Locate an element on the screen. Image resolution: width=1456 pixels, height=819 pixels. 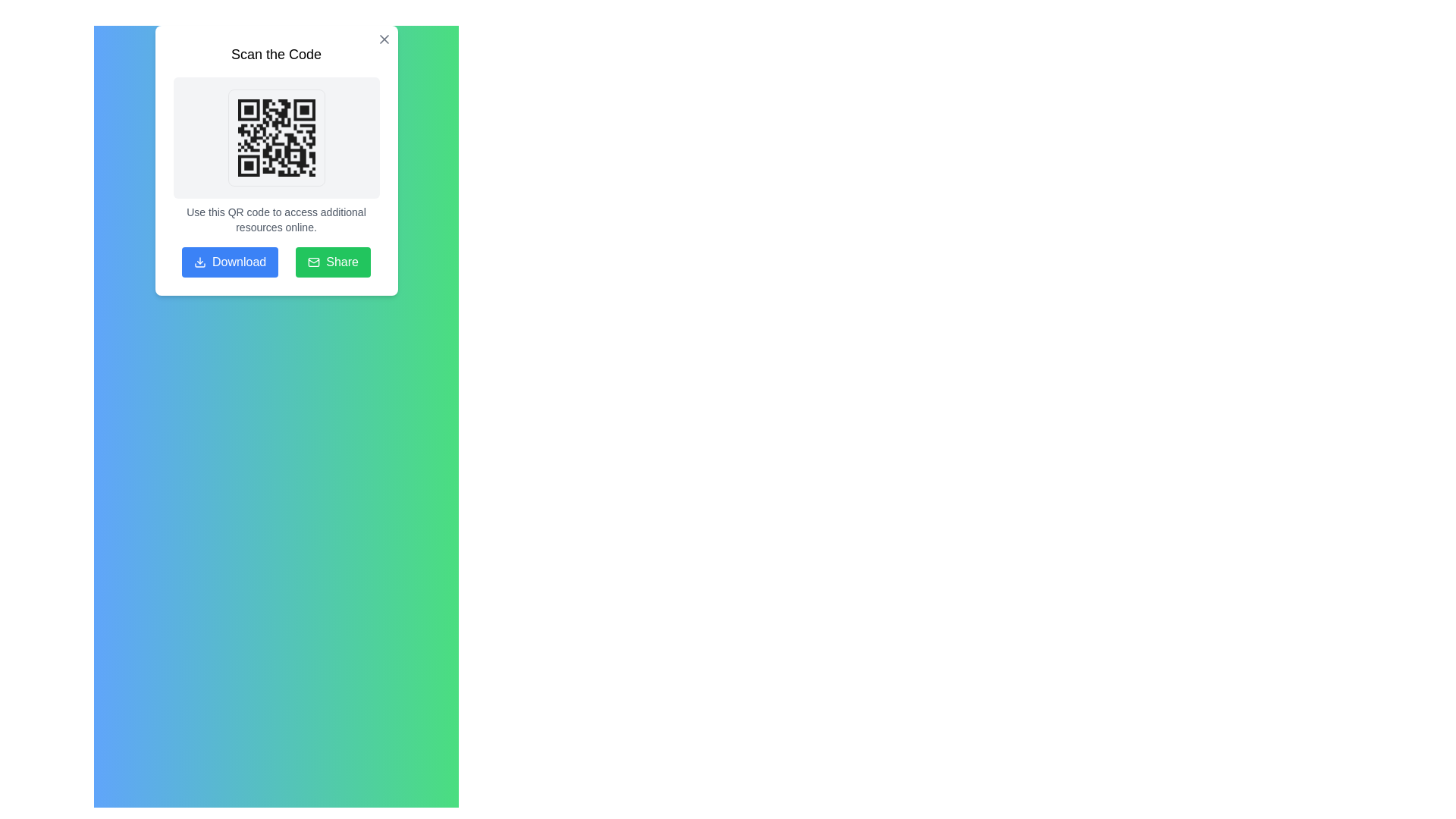
the 'Download' button located in the bottom-left part of the modal window, which features a blue background and a downward arrow icon is located at coordinates (199, 262).